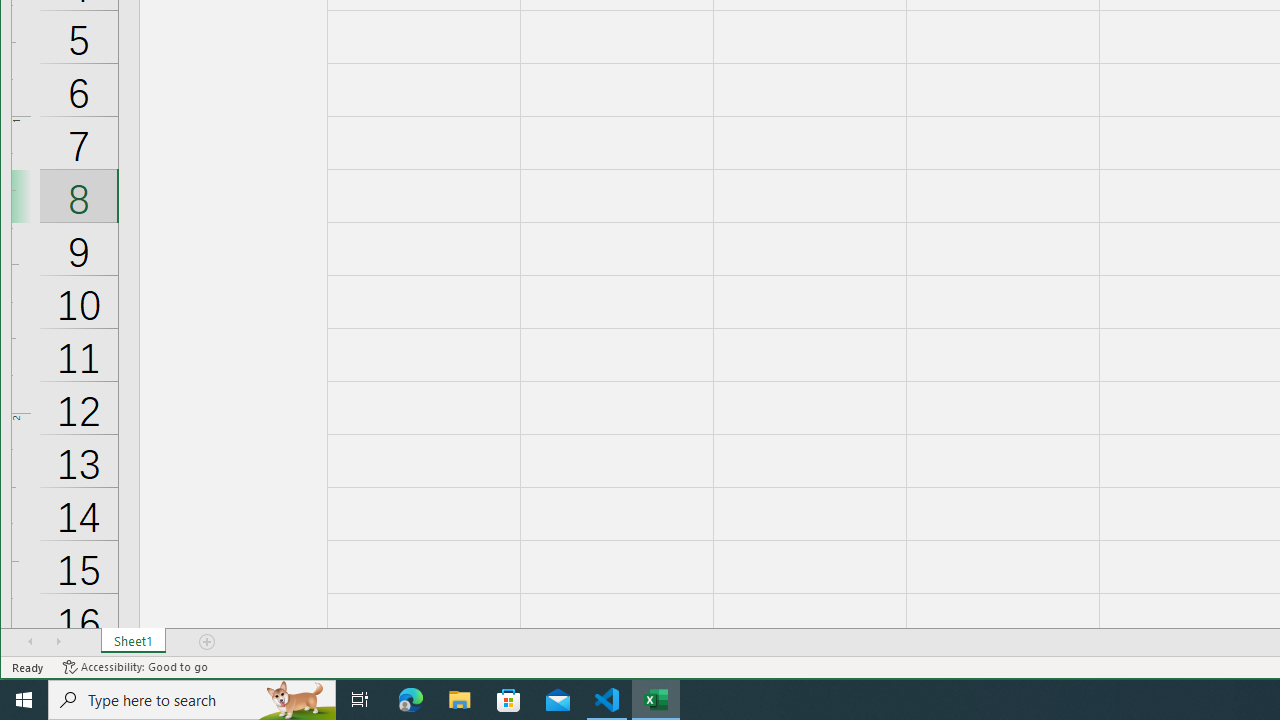 The height and width of the screenshot is (720, 1280). Describe the element at coordinates (606, 698) in the screenshot. I see `'Visual Studio Code - 1 running window'` at that location.